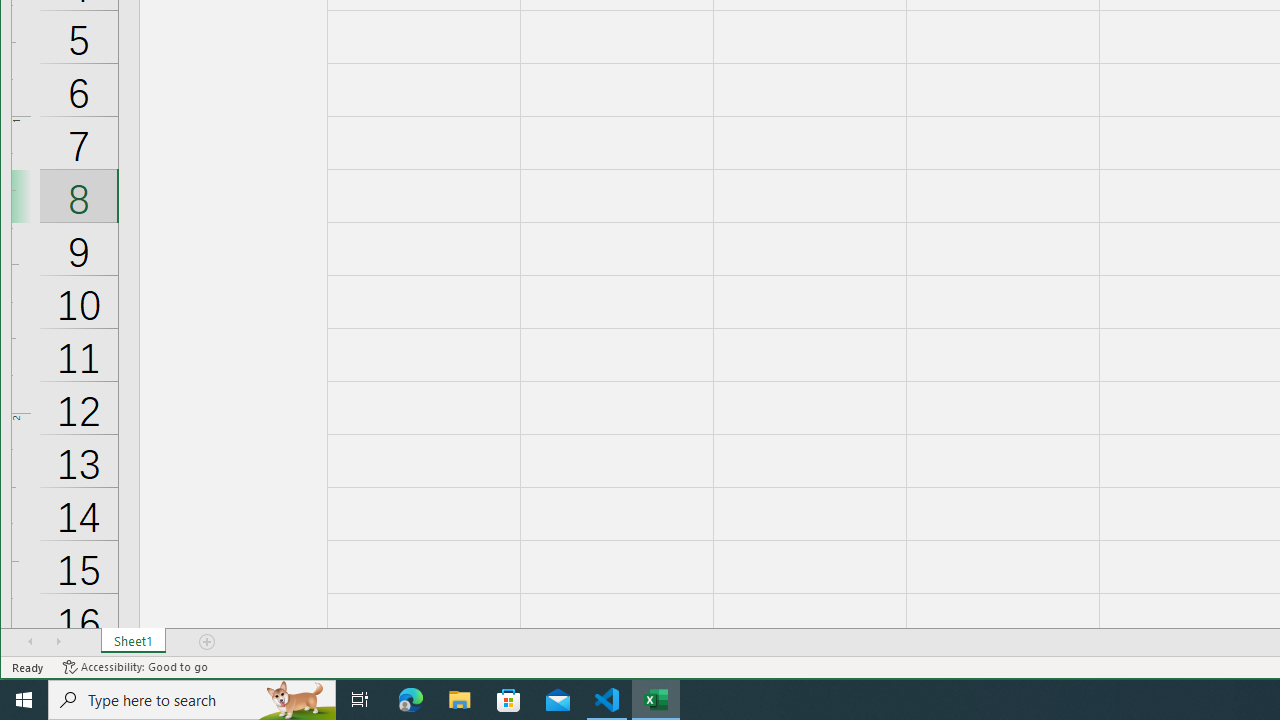 The height and width of the screenshot is (720, 1280). Describe the element at coordinates (606, 698) in the screenshot. I see `'Visual Studio Code - 1 running window'` at that location.